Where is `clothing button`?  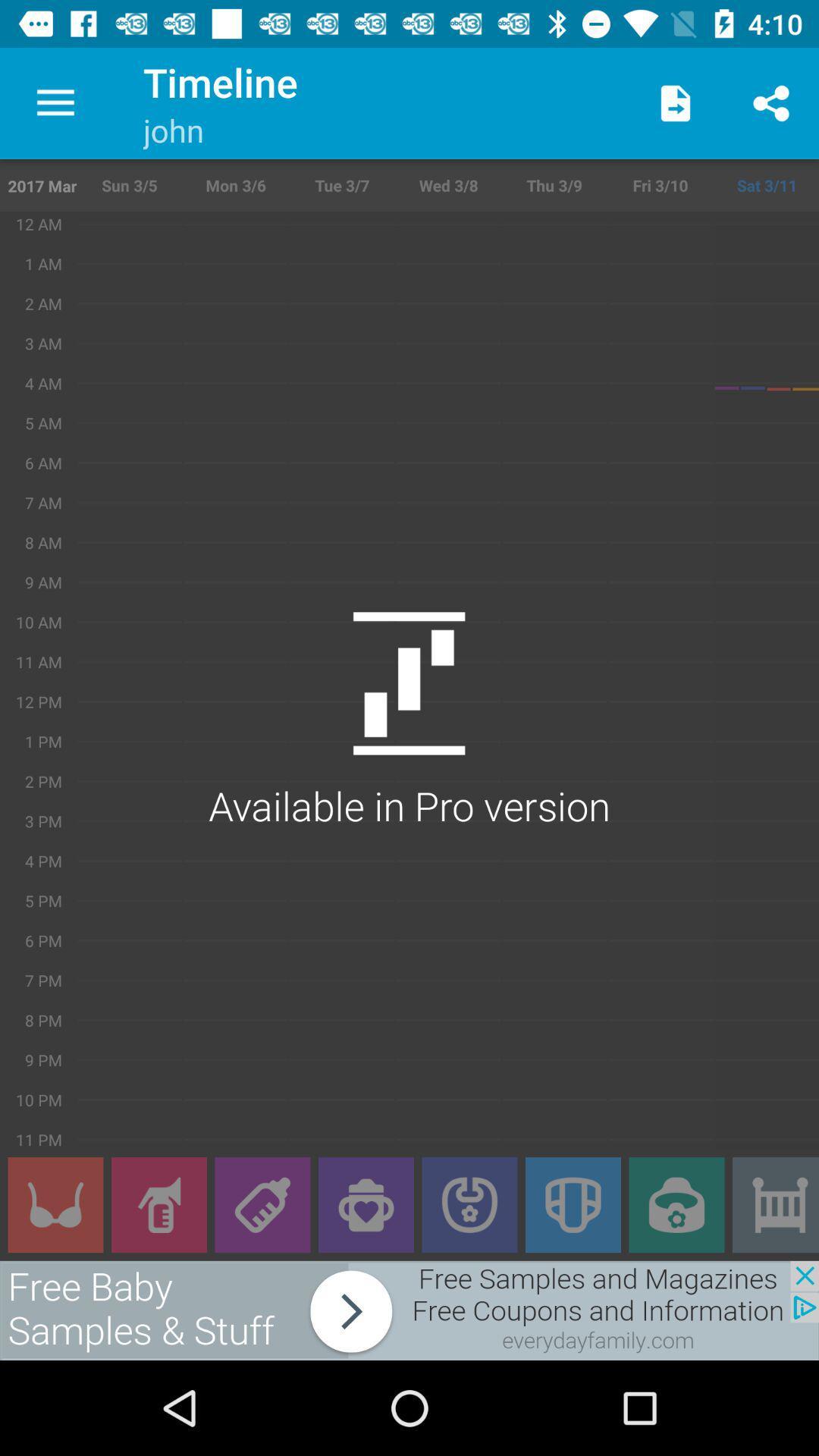 clothing button is located at coordinates (55, 1204).